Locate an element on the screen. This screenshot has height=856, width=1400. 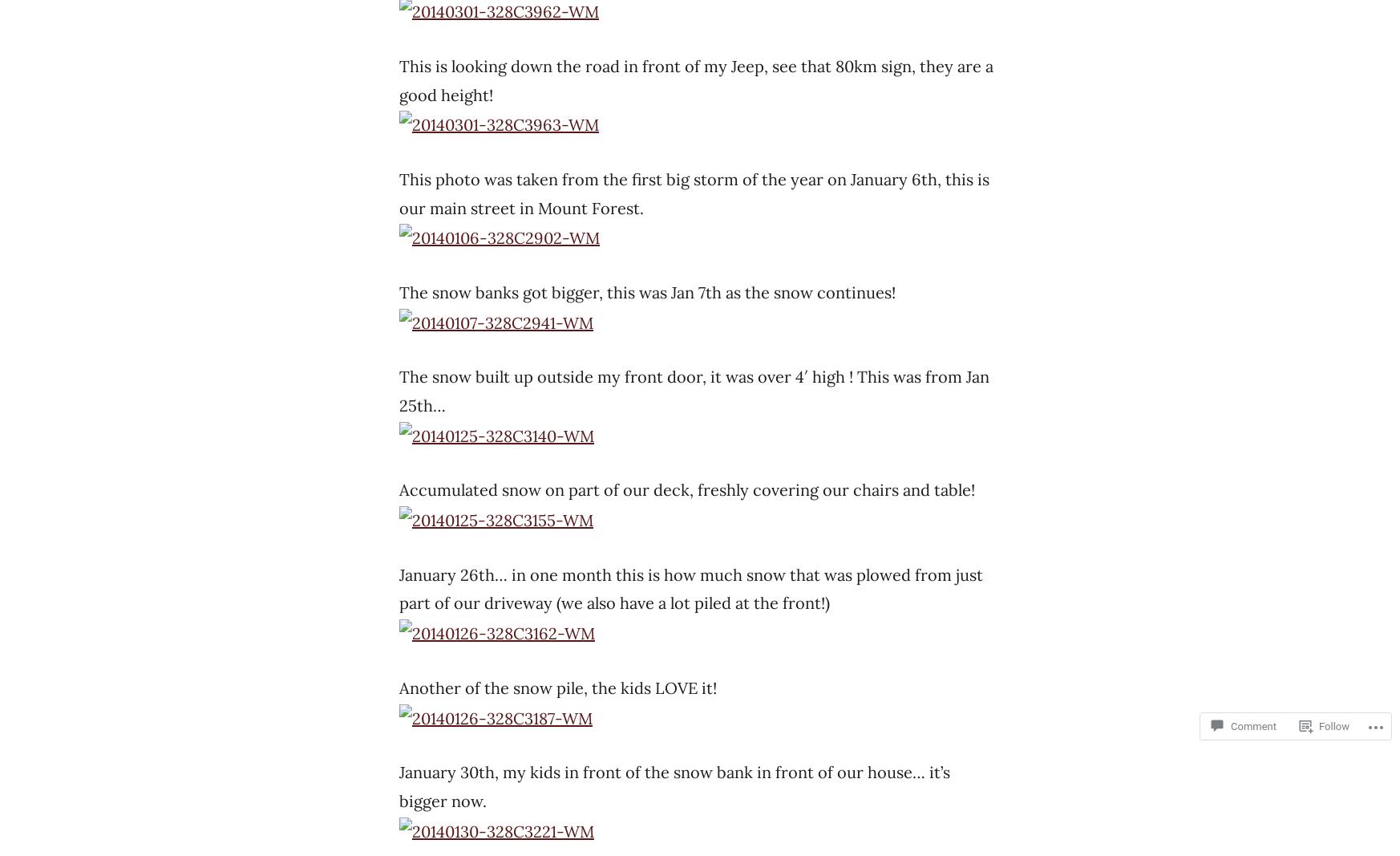
'The snow banks got bigger, this was Jan 7th as the snow continues!' is located at coordinates (647, 290).